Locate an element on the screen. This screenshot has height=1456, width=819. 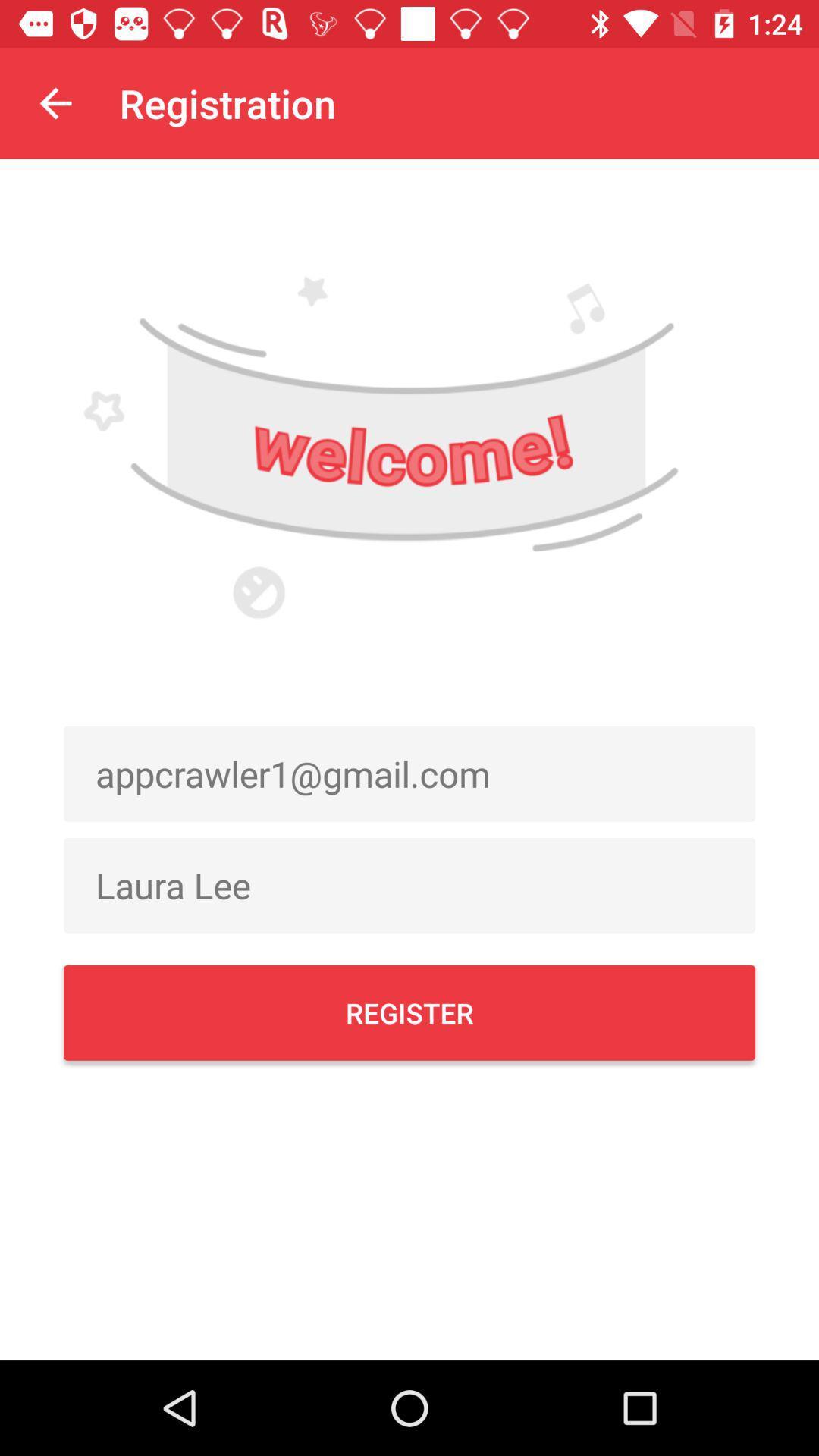
the item next to registration icon is located at coordinates (55, 102).